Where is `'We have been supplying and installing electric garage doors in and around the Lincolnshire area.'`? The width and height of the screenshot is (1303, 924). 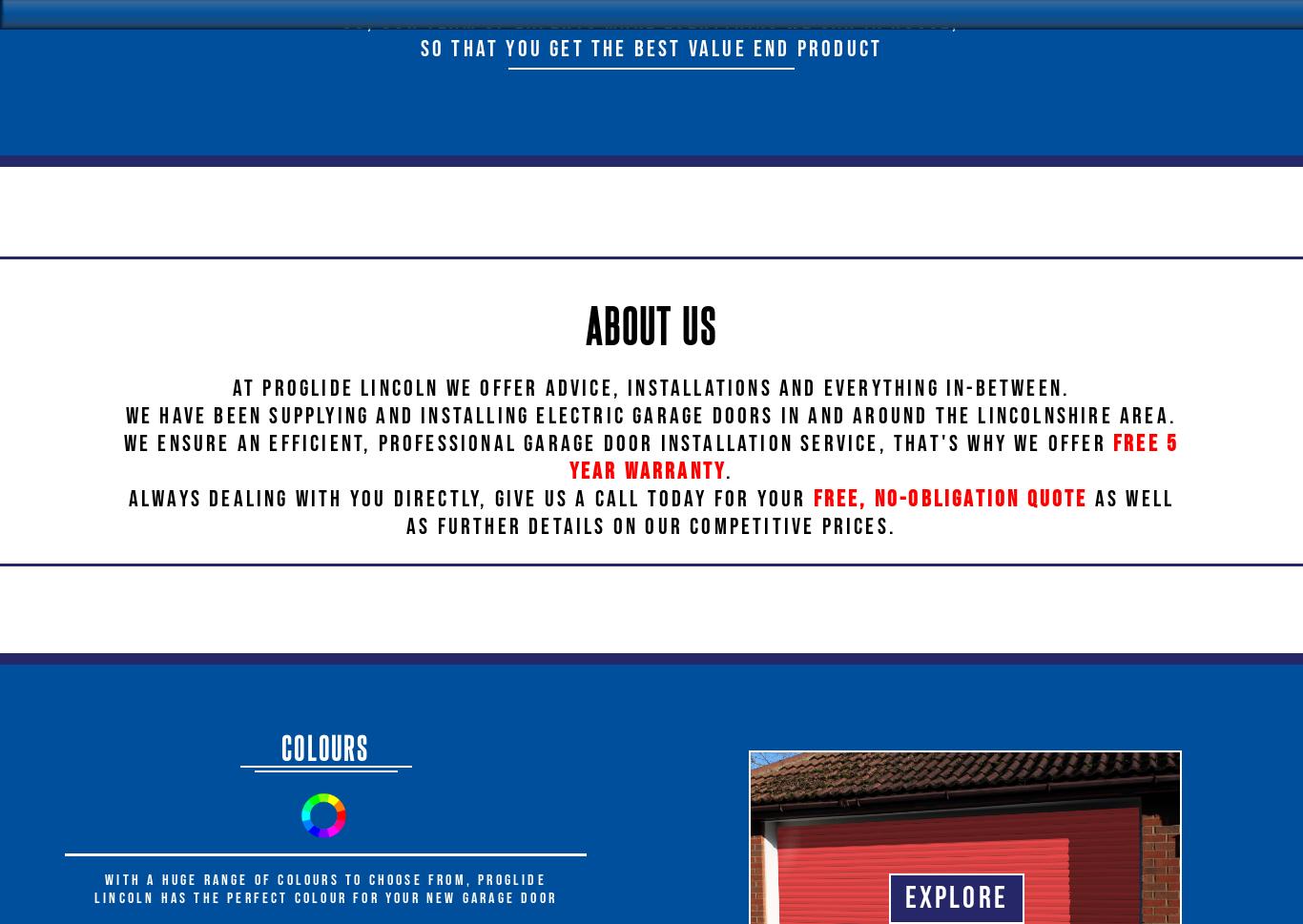 'We have been supplying and installing electric garage doors in and around the Lincolnshire area.' is located at coordinates (650, 415).